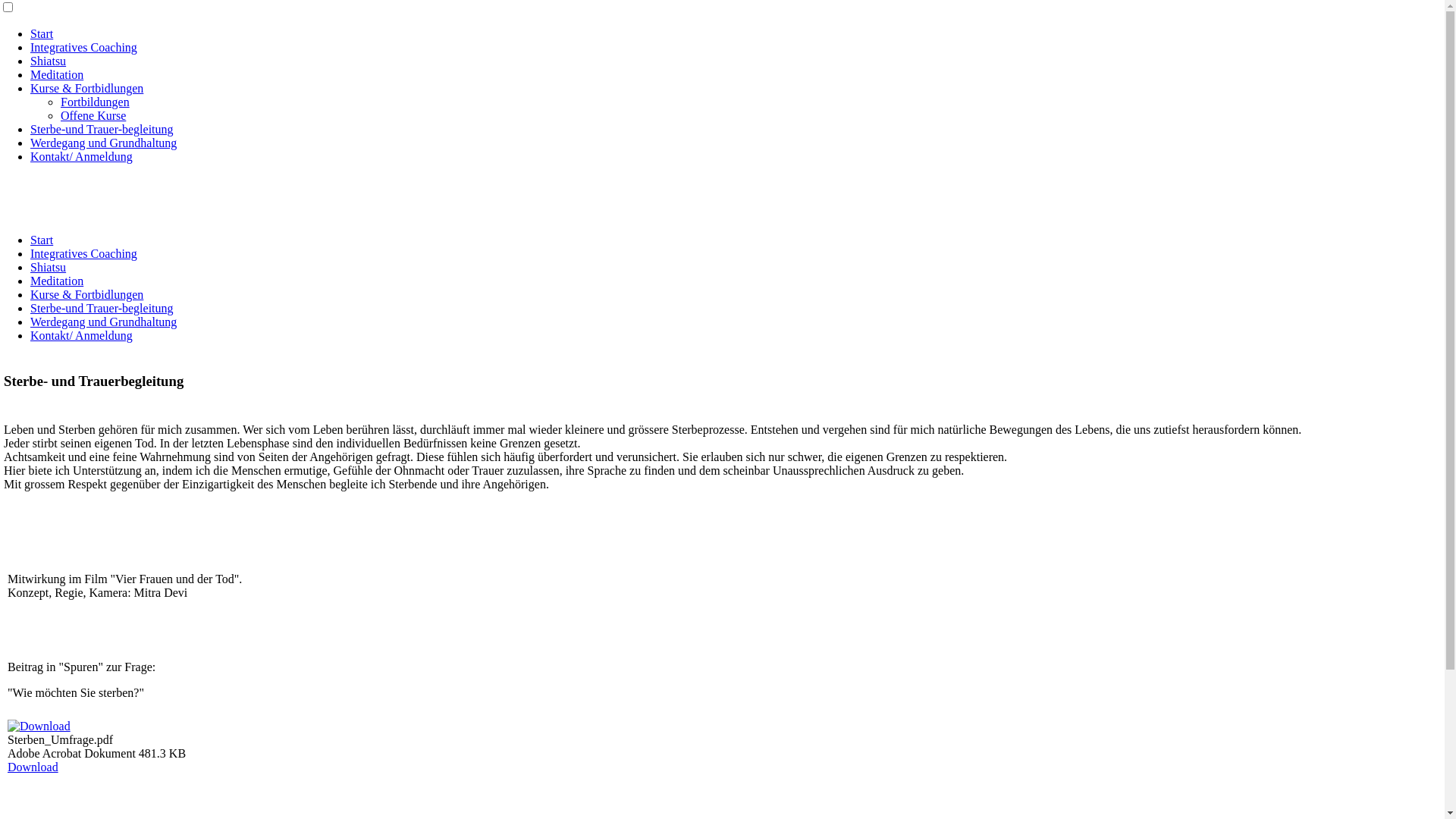  I want to click on 'Meditation', so click(57, 74).